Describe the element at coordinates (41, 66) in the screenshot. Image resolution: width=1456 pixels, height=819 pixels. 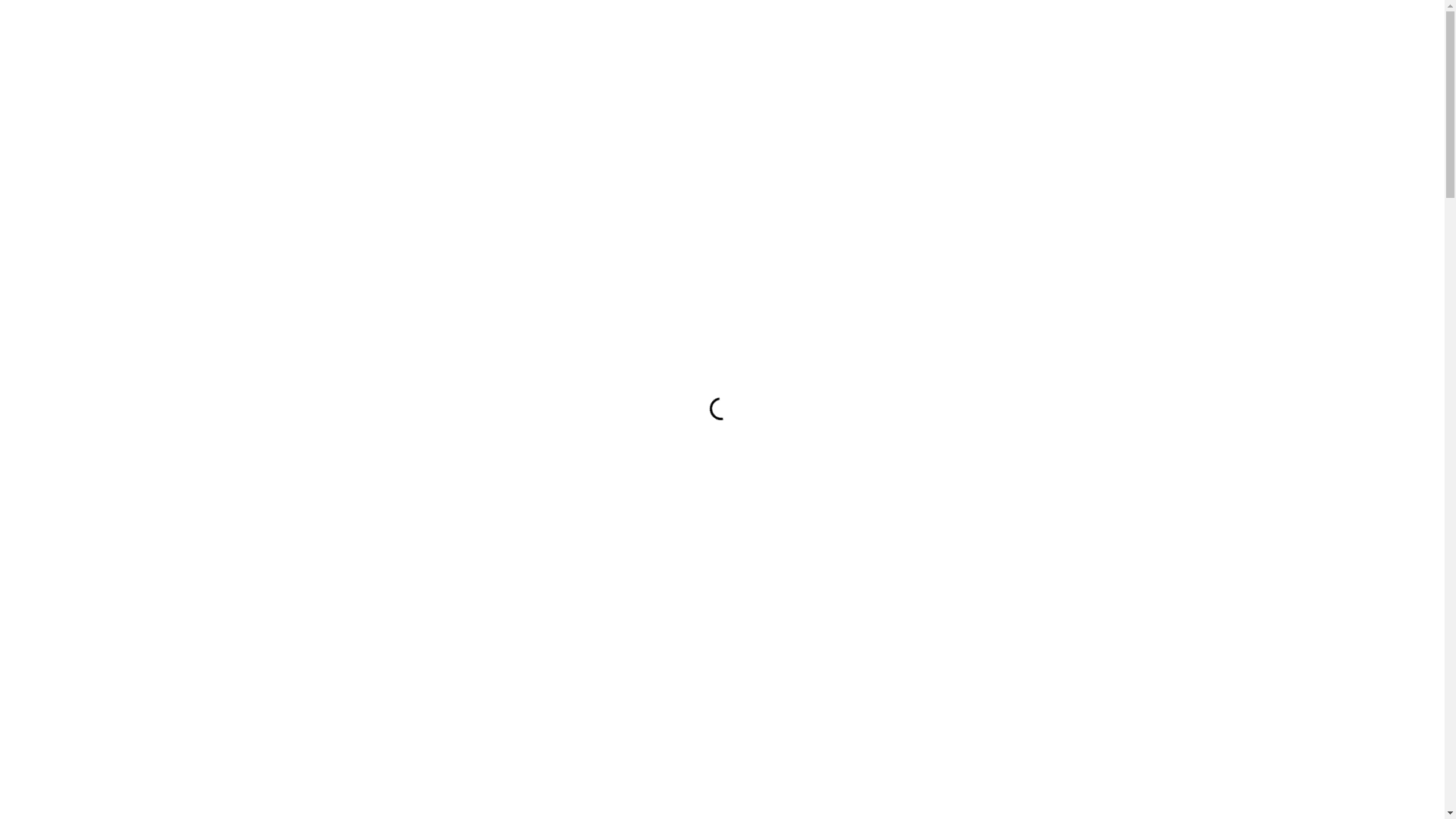
I see `'Orchester'` at that location.